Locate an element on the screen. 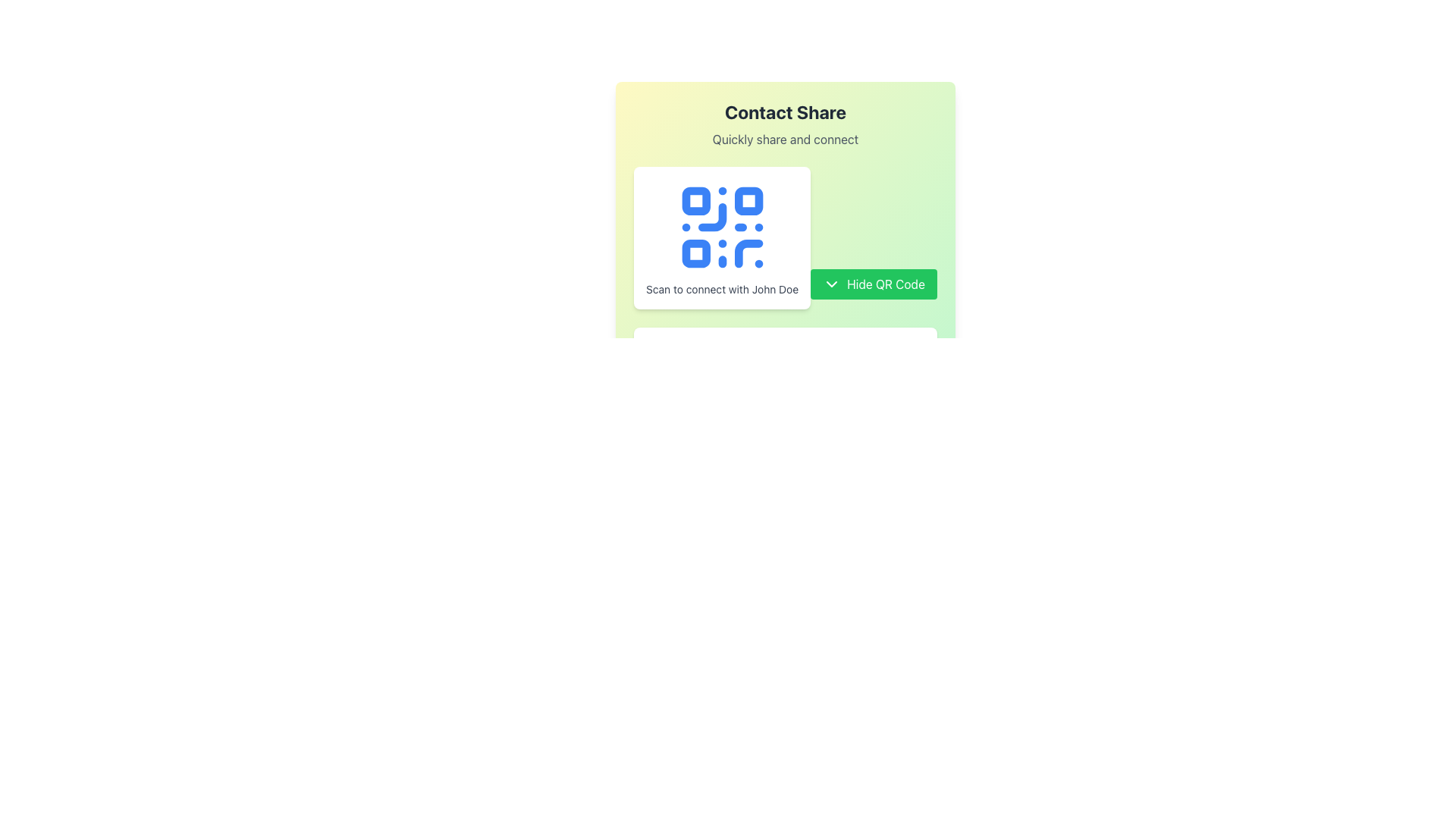 The width and height of the screenshot is (1456, 819). the bold text element displaying 'Contact Share' is located at coordinates (786, 111).